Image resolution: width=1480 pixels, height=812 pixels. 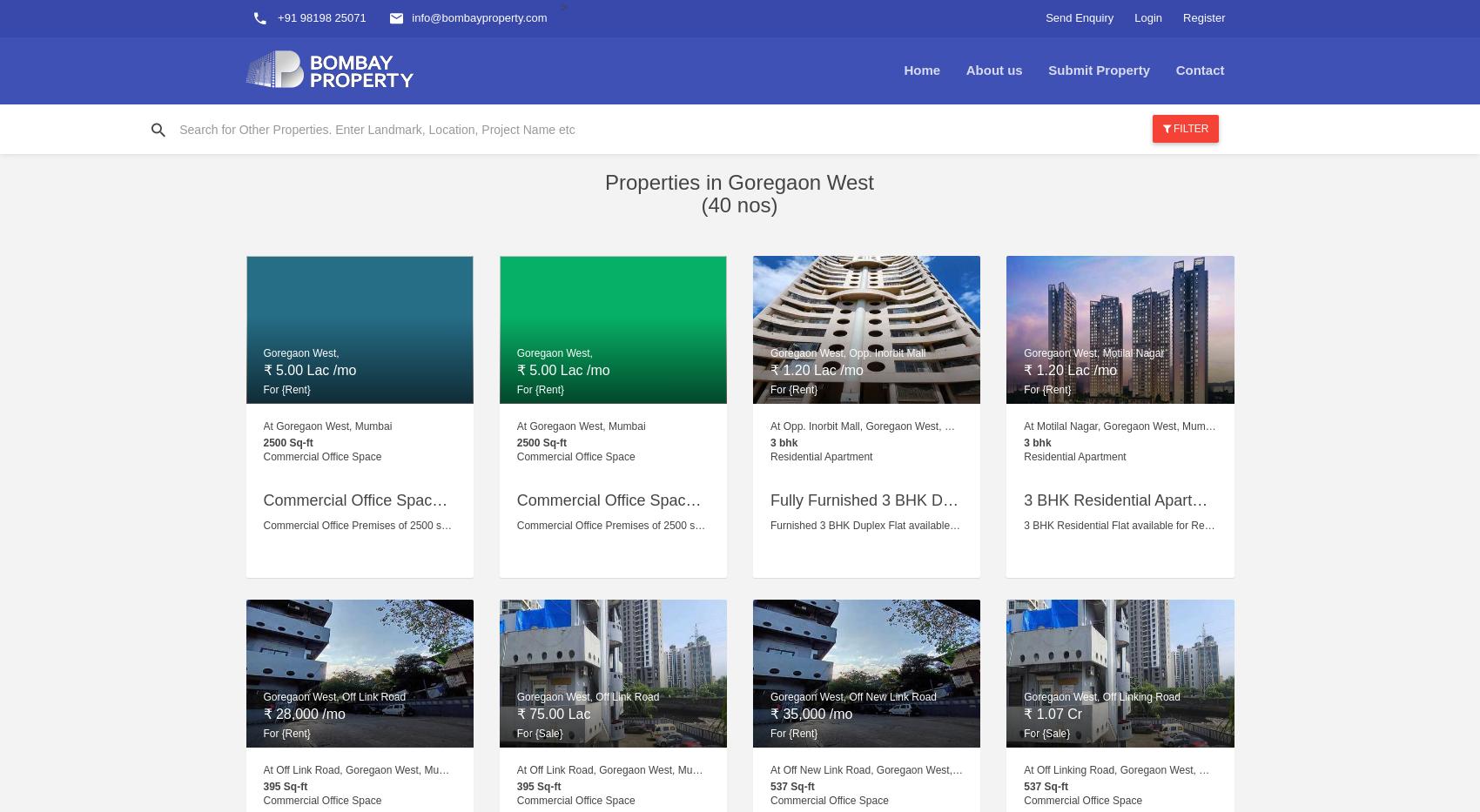 What do you see at coordinates (920, 69) in the screenshot?
I see `'Home'` at bounding box center [920, 69].